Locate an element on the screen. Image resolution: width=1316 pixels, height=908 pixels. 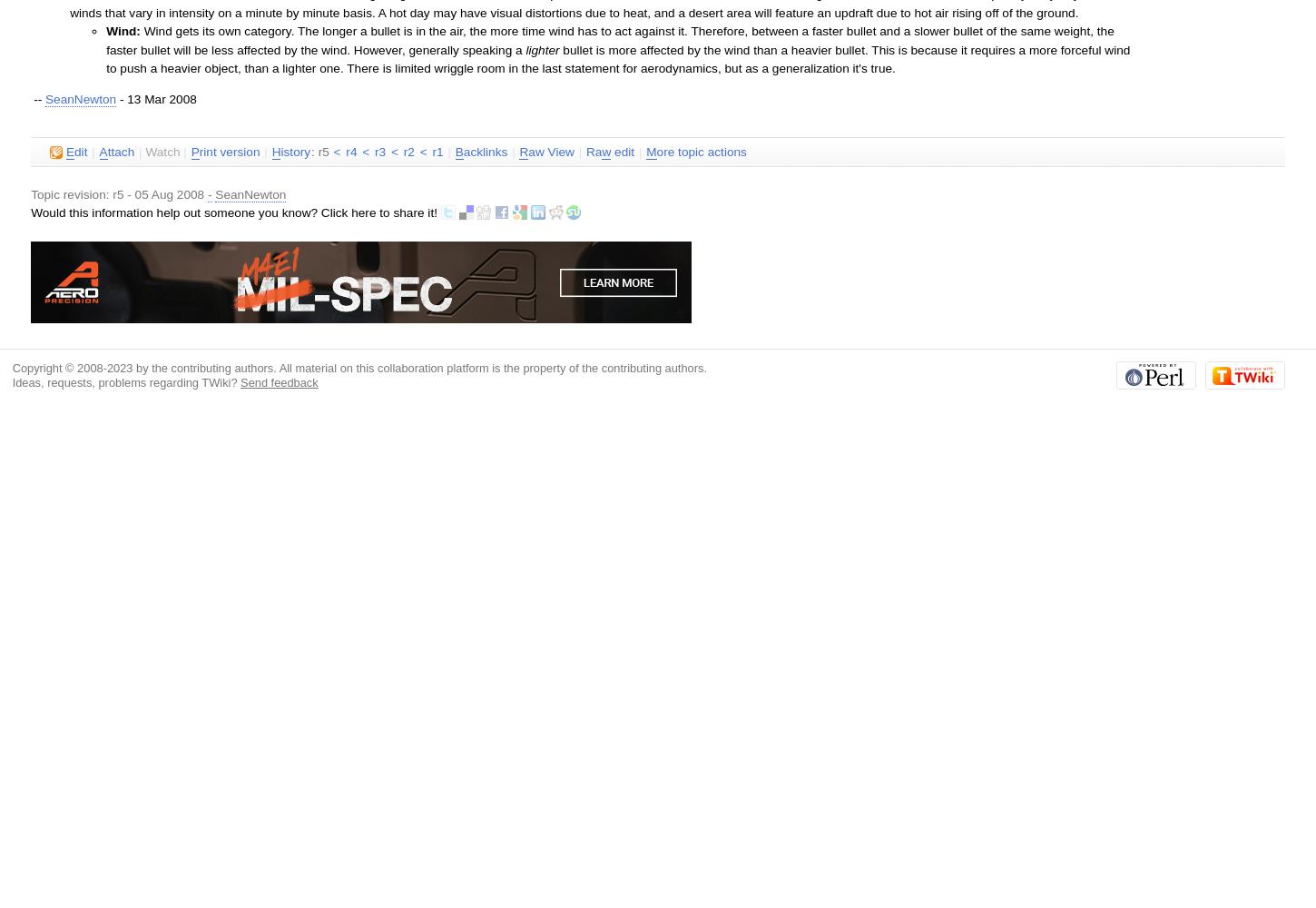
'P' is located at coordinates (193, 151).